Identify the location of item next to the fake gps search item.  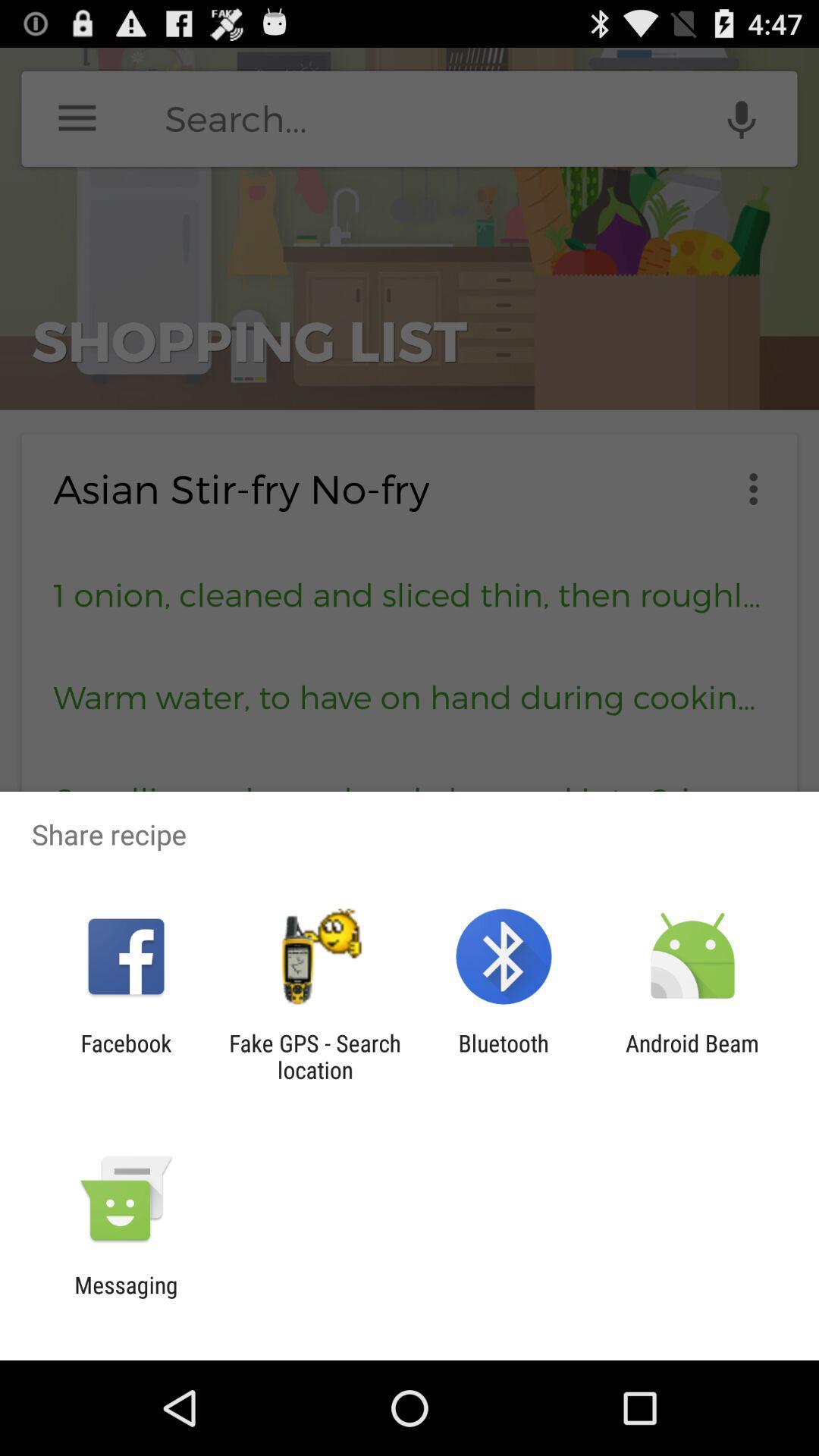
(504, 1056).